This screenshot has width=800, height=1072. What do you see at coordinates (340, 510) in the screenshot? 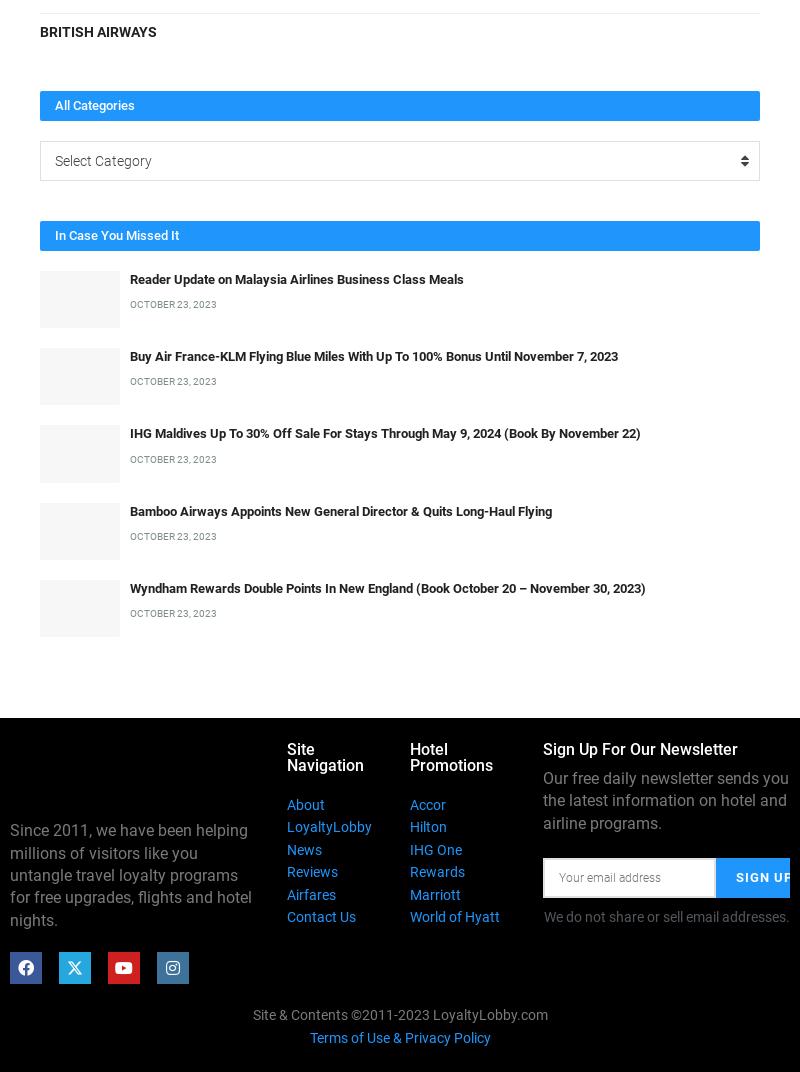
I see `'Bamboo Airways Appoints New General Director & Quits Long-Haul Flying'` at bounding box center [340, 510].